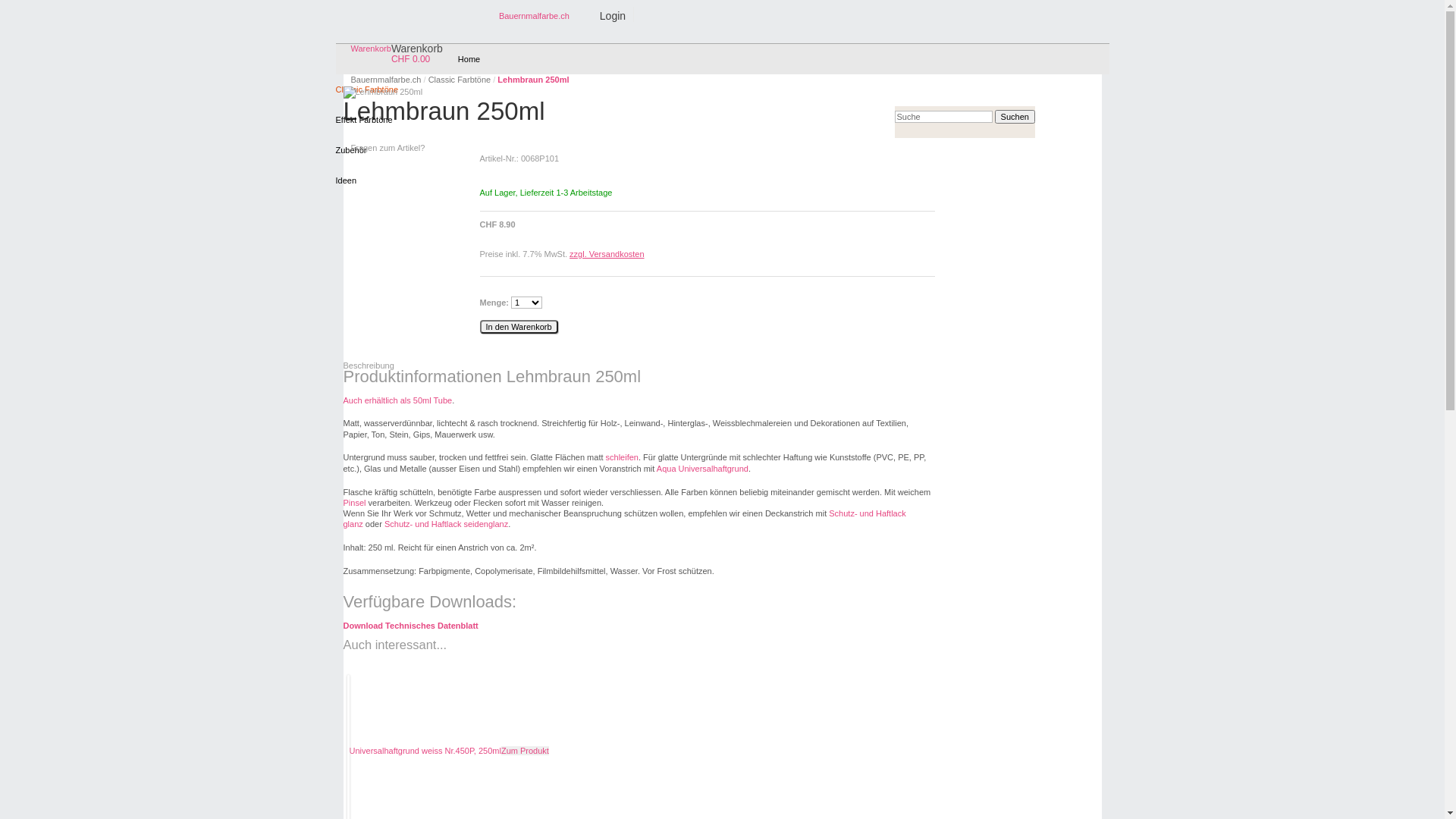 This screenshot has height=819, width=1456. I want to click on 'Download Technisches Datenblatt', so click(341, 626).